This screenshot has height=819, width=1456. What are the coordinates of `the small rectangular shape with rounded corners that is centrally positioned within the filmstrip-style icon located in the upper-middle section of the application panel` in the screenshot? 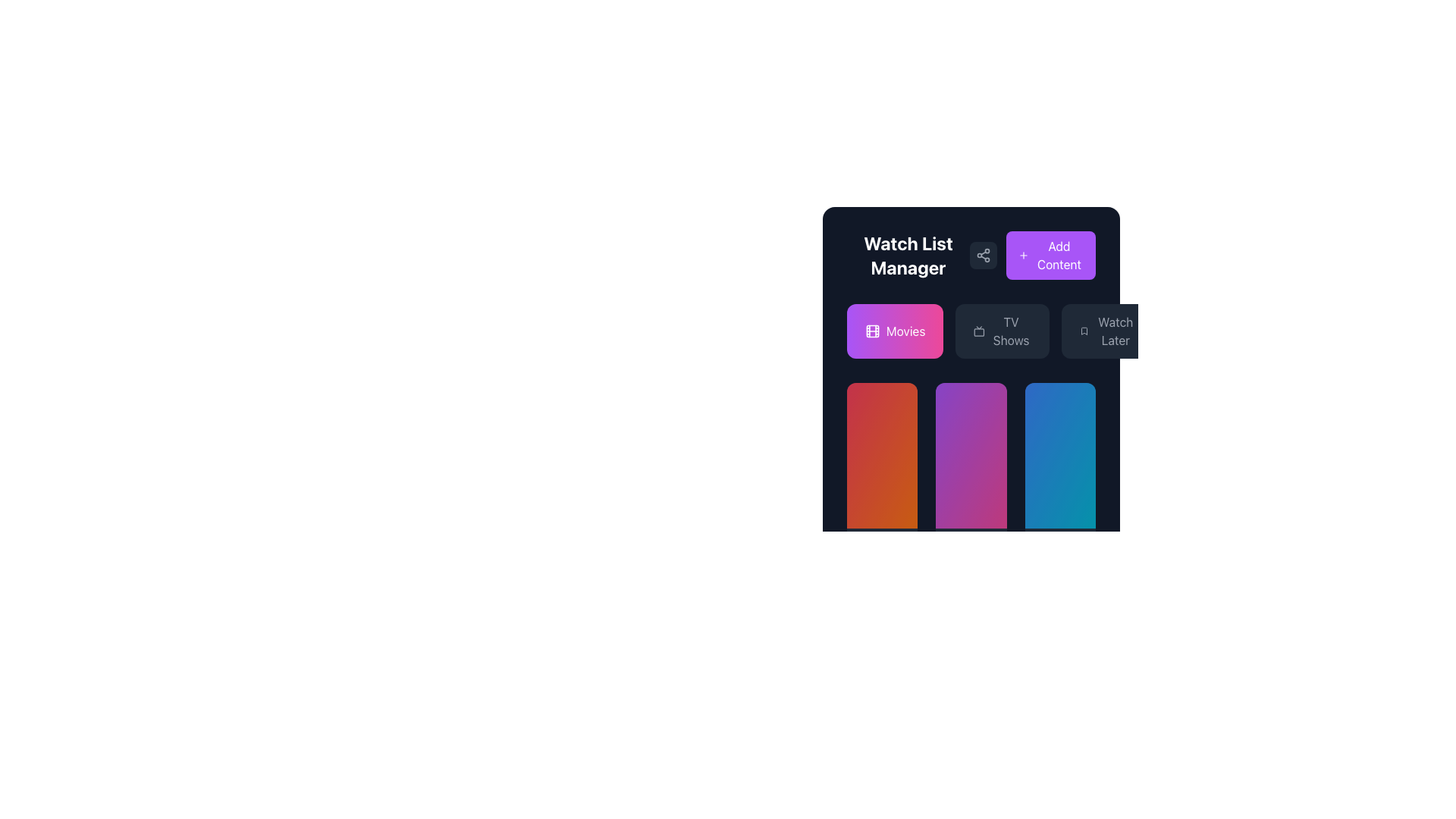 It's located at (873, 330).